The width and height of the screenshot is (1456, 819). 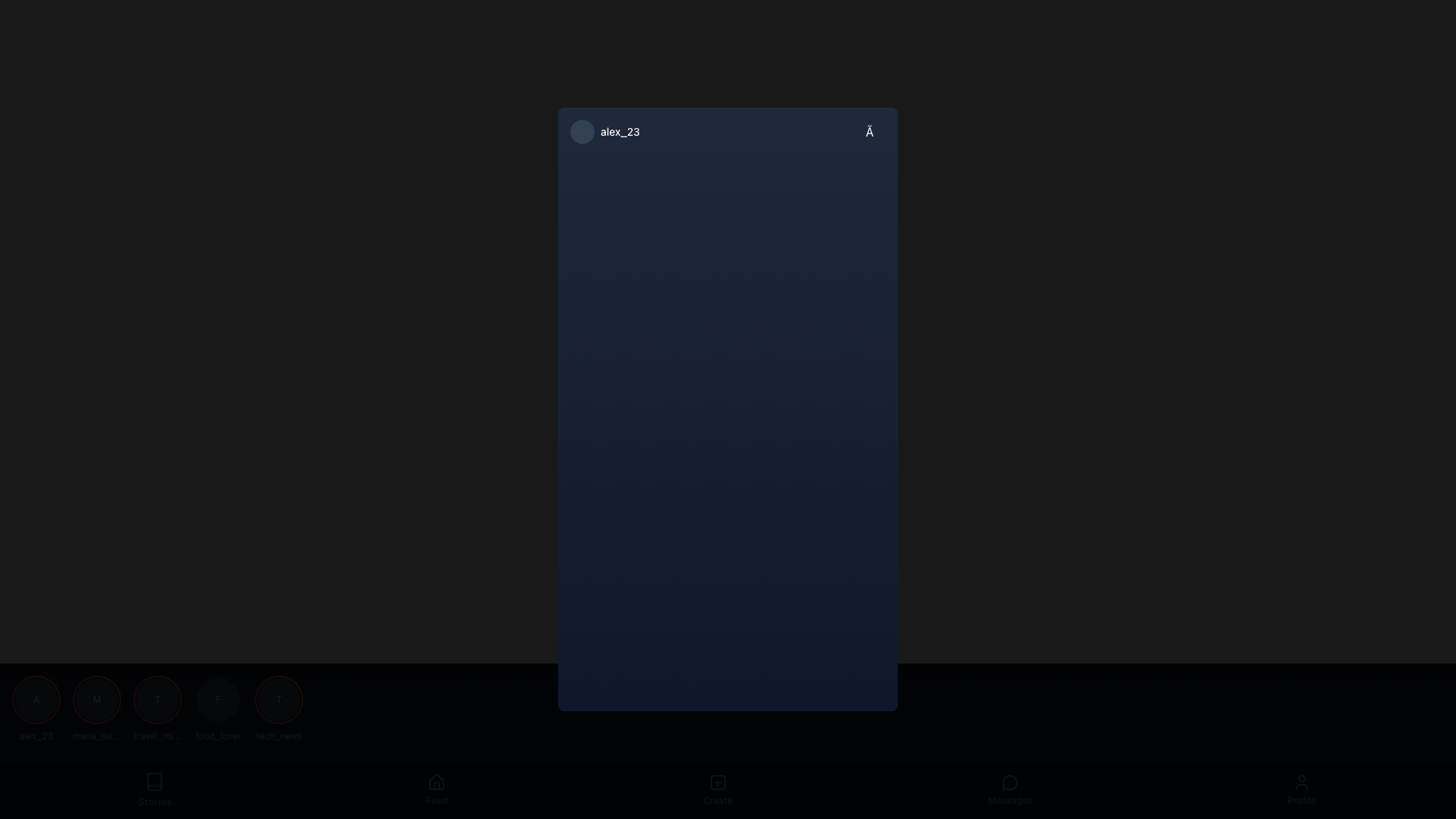 What do you see at coordinates (96, 699) in the screenshot?
I see `the second Avatar or Profile Indicator, which is a circular component with a gradient from pink to yellow and a white 'M' character, to potentially preview details` at bounding box center [96, 699].